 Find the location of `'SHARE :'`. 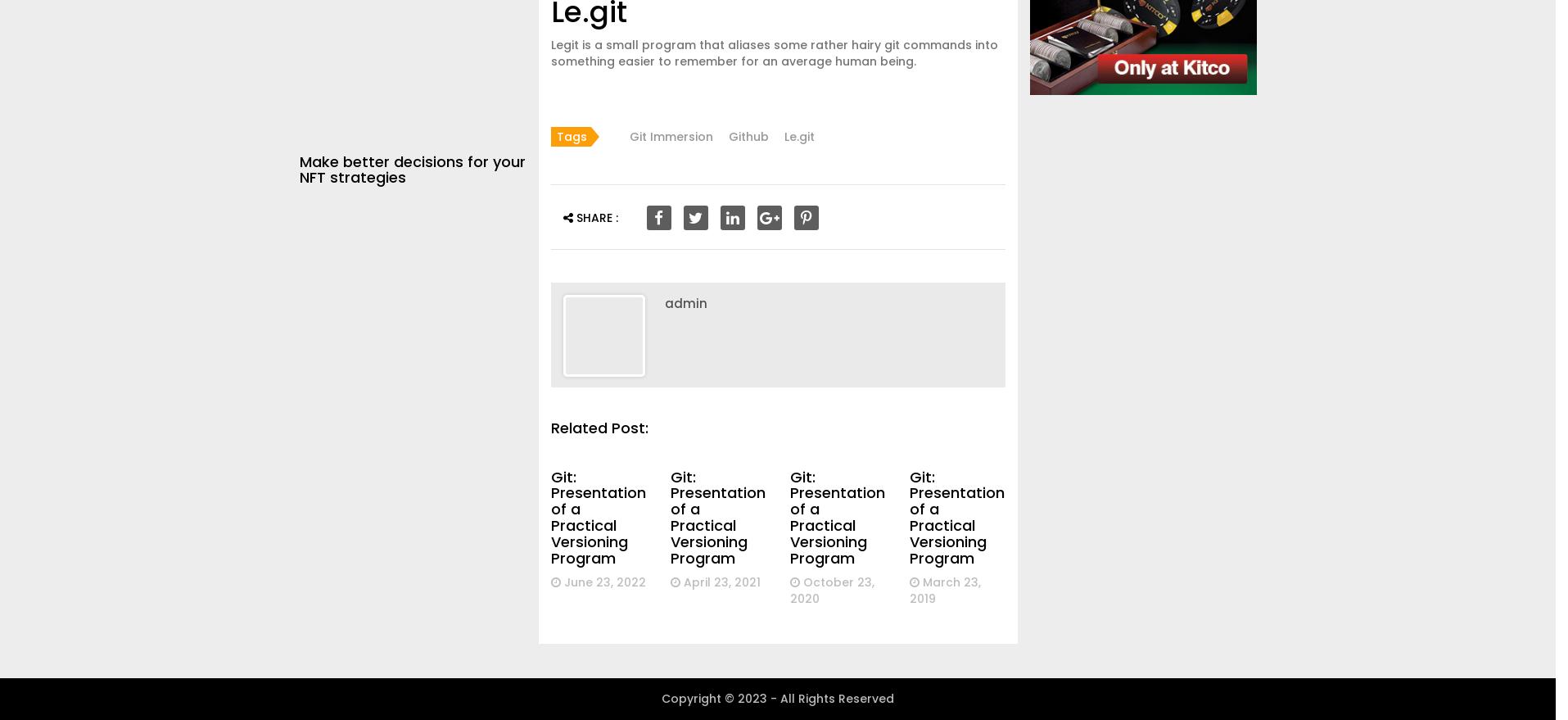

'SHARE :' is located at coordinates (594, 216).